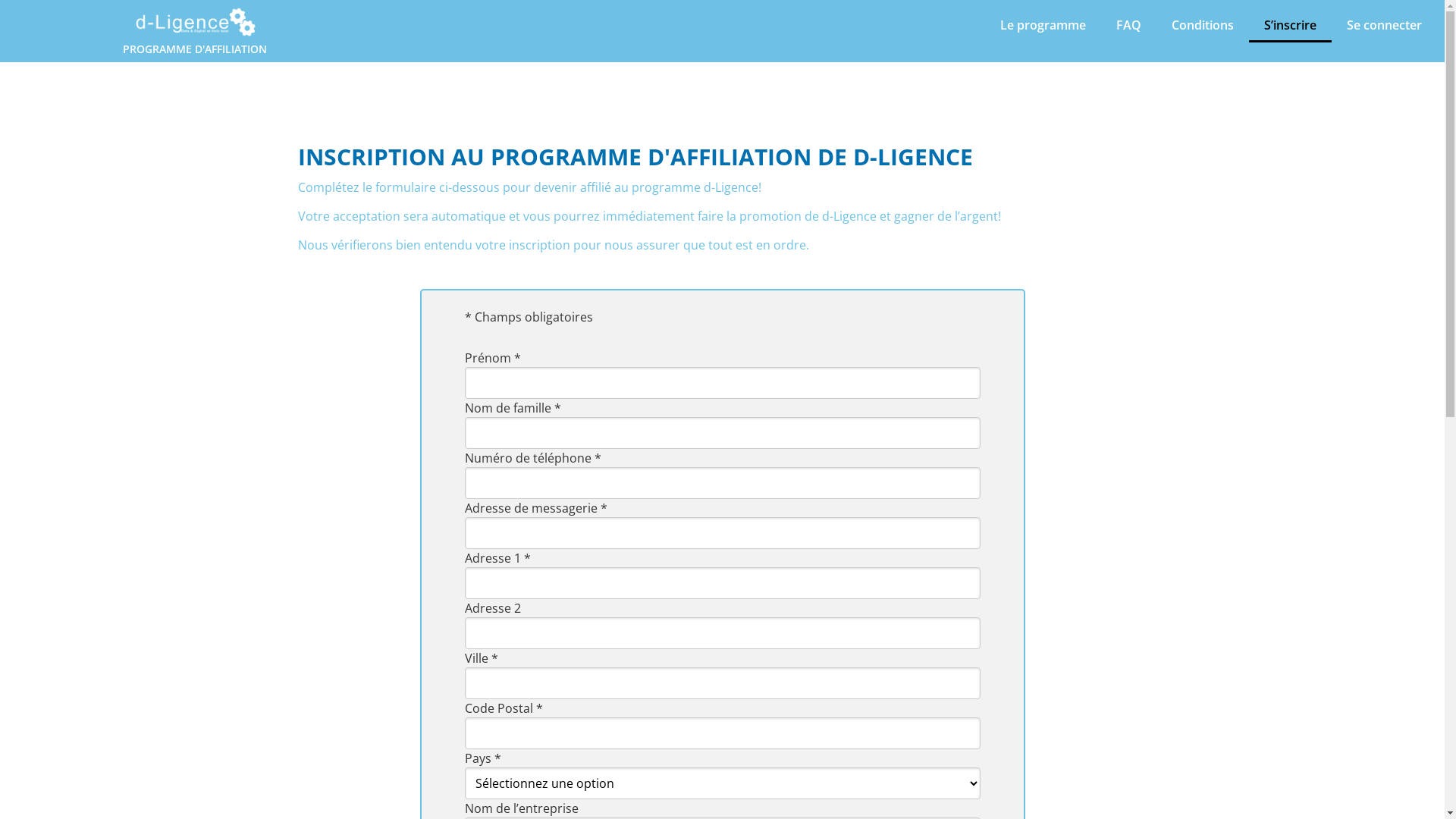  I want to click on 'FAQ', so click(1128, 25).